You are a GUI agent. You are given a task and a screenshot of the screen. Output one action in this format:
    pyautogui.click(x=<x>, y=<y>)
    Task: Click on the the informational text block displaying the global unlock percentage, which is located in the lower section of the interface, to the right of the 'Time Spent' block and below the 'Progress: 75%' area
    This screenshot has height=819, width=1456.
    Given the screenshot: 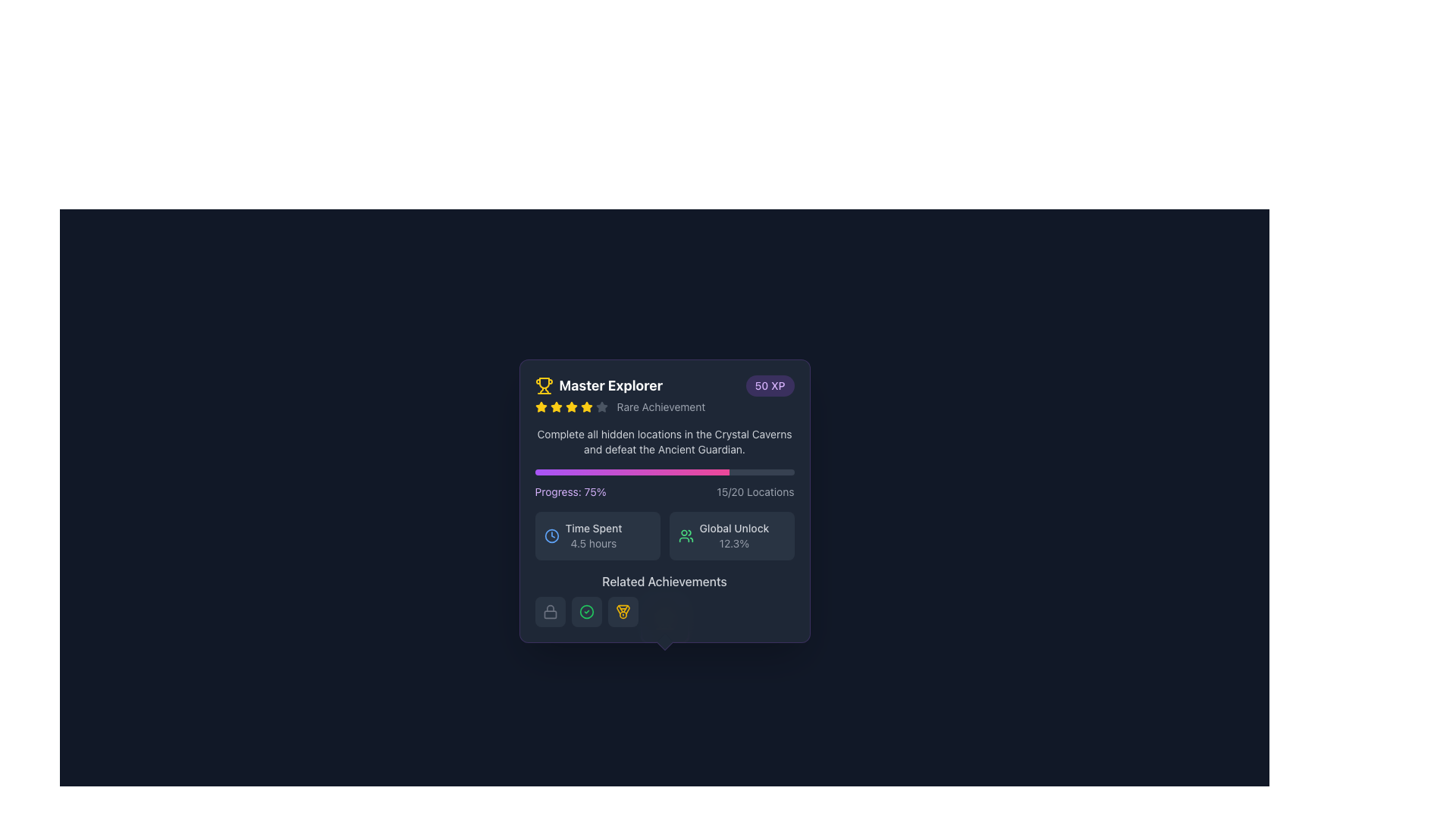 What is the action you would take?
    pyautogui.click(x=734, y=535)
    